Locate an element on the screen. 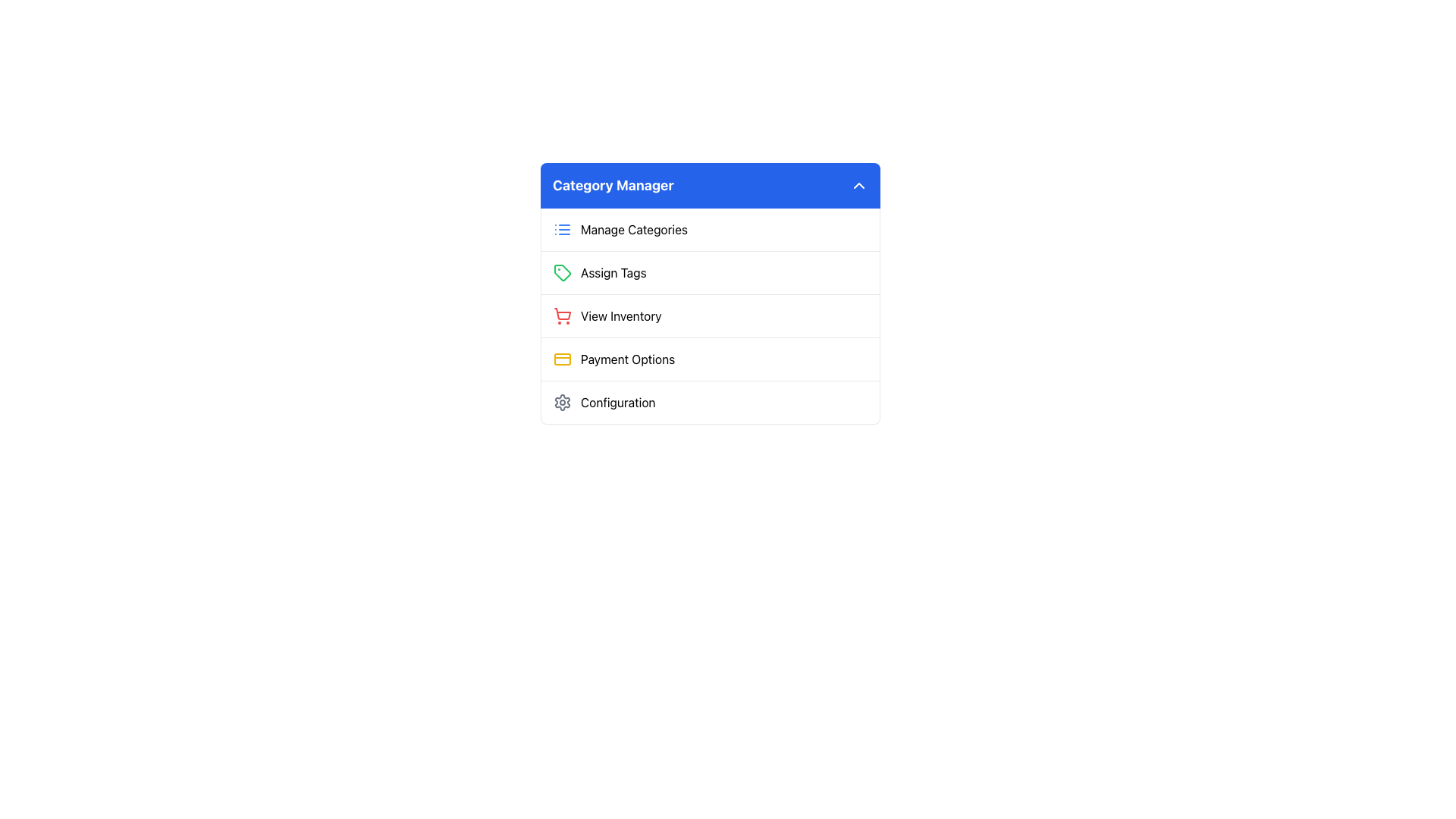 This screenshot has width=1456, height=819. the 'Category Manager' text label, which is styled in bold and large white font on the left part of the blue header bar is located at coordinates (613, 185).